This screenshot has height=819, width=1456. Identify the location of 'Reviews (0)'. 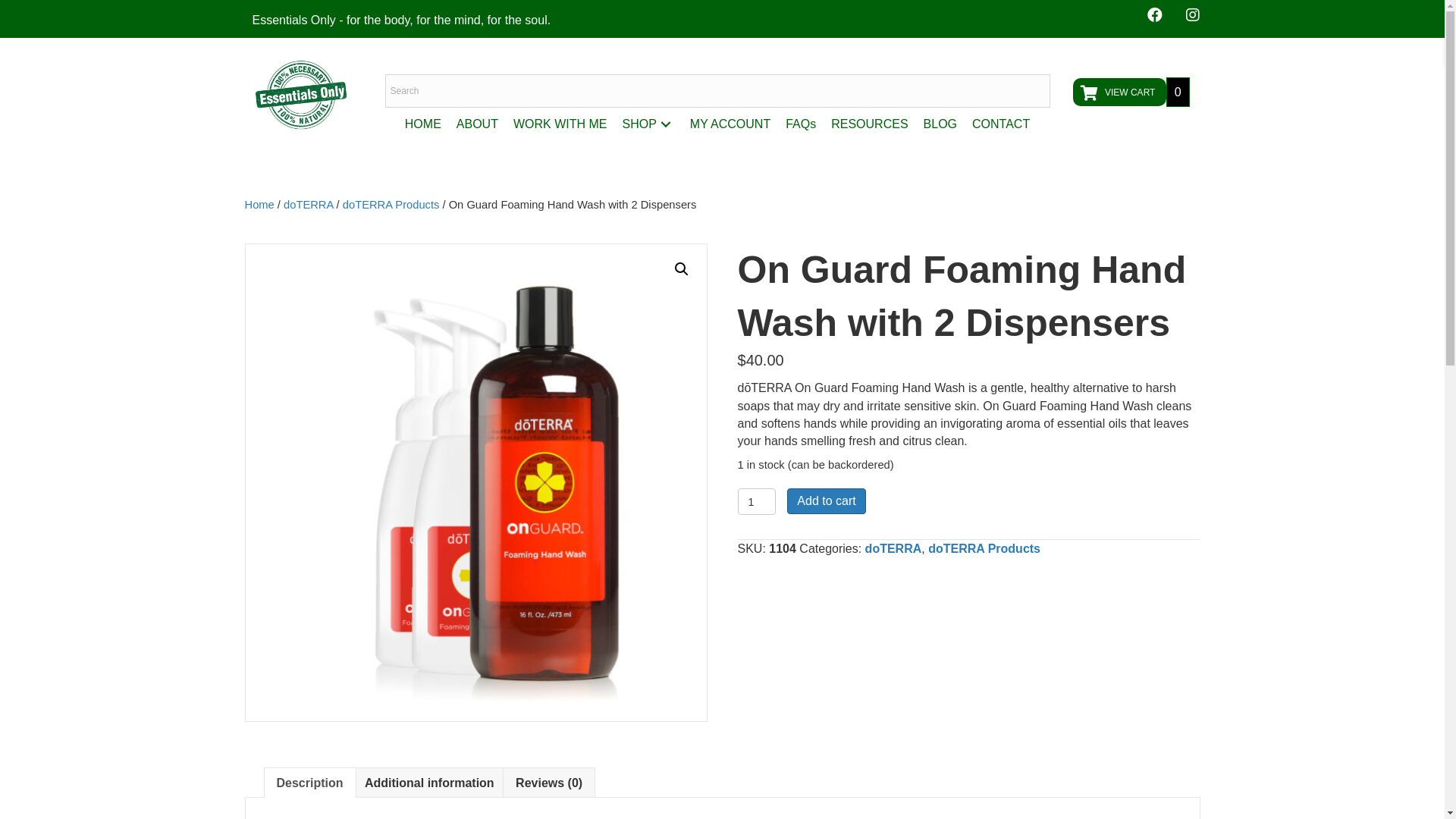
(548, 783).